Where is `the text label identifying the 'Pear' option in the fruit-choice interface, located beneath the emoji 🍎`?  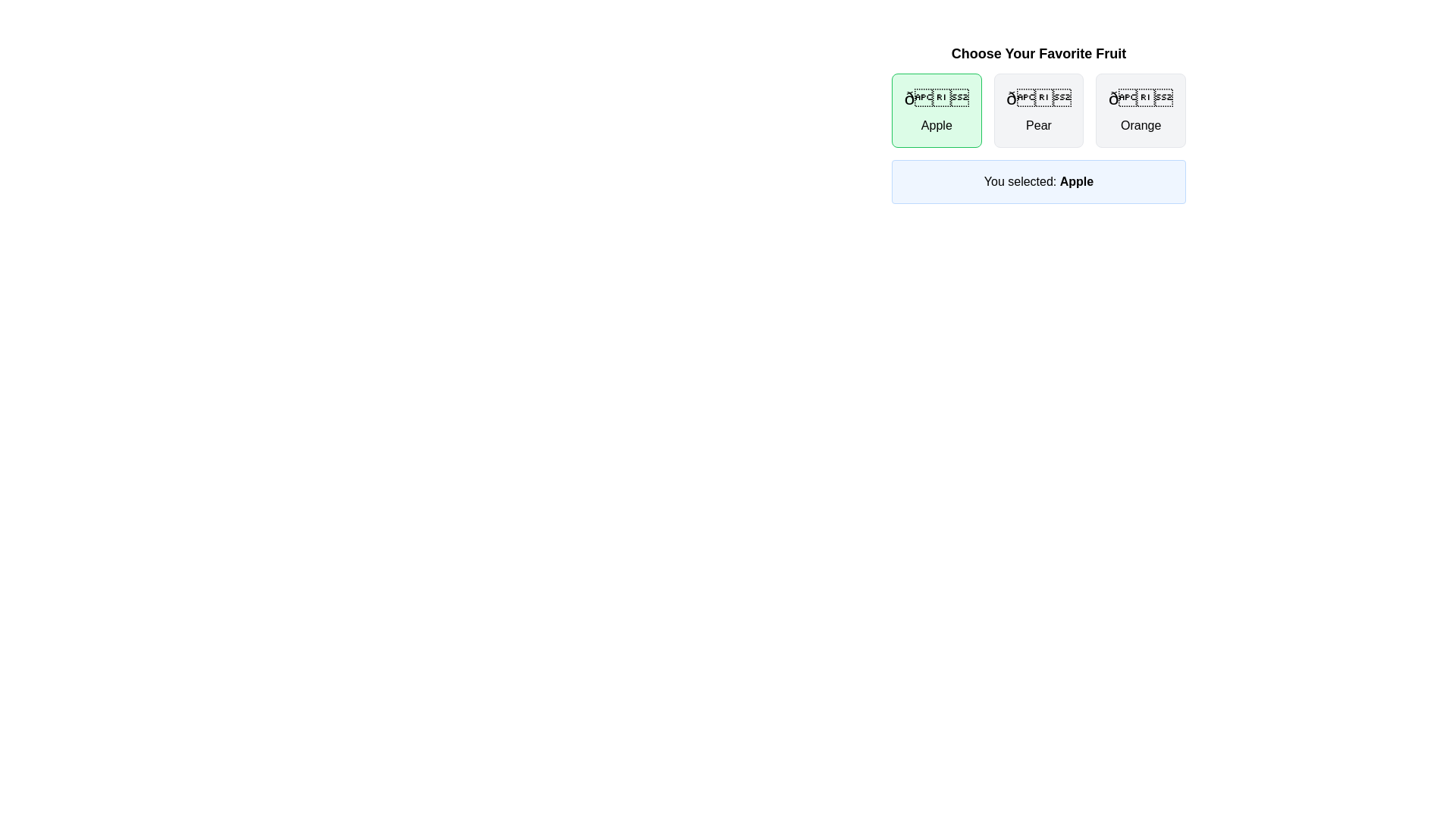
the text label identifying the 'Pear' option in the fruit-choice interface, located beneath the emoji 🍎 is located at coordinates (1037, 124).